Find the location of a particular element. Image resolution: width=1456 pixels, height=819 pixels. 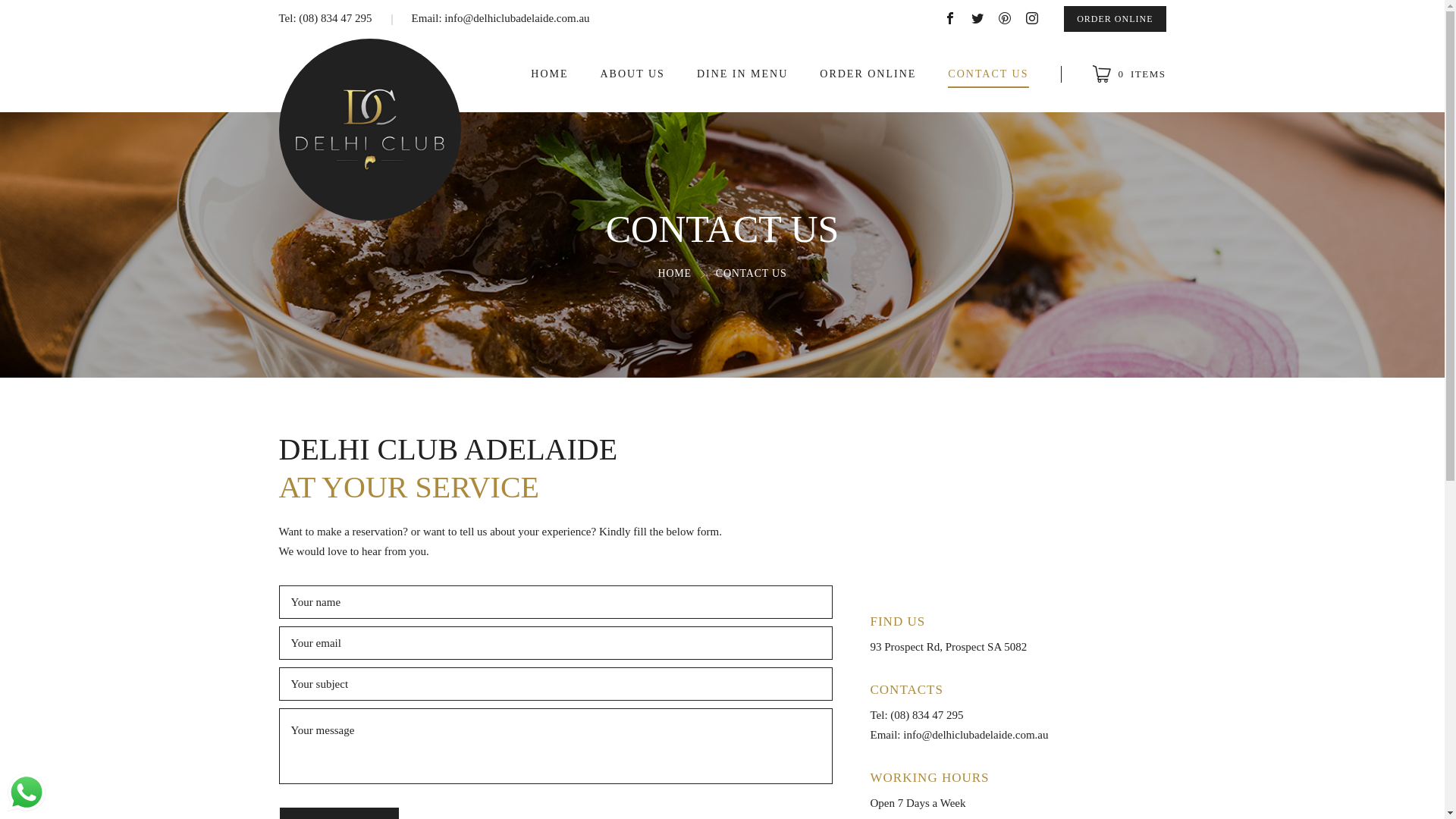

'facebook' is located at coordinates (949, 17).